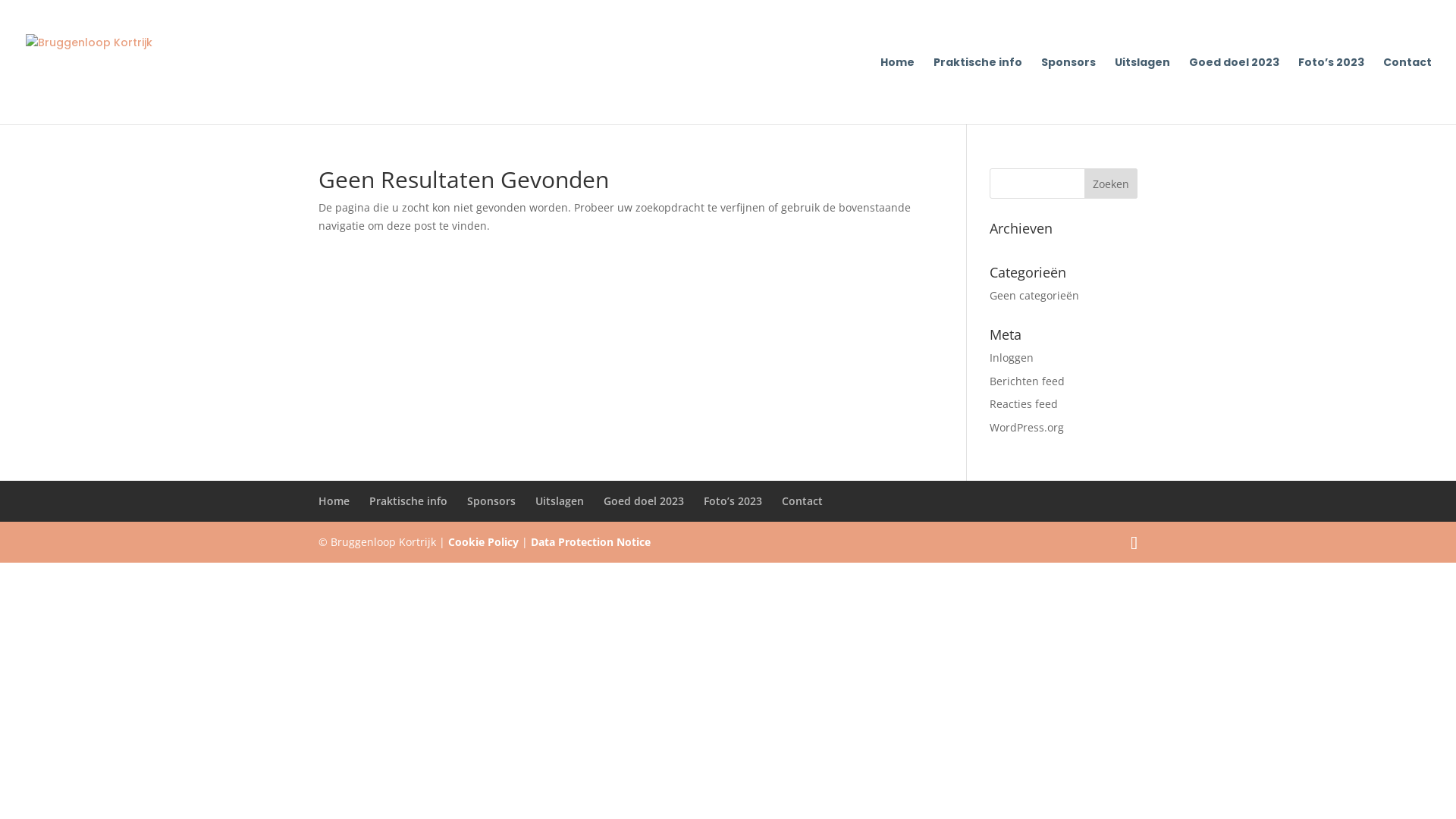  Describe the element at coordinates (1084, 183) in the screenshot. I see `'Zoeken'` at that location.